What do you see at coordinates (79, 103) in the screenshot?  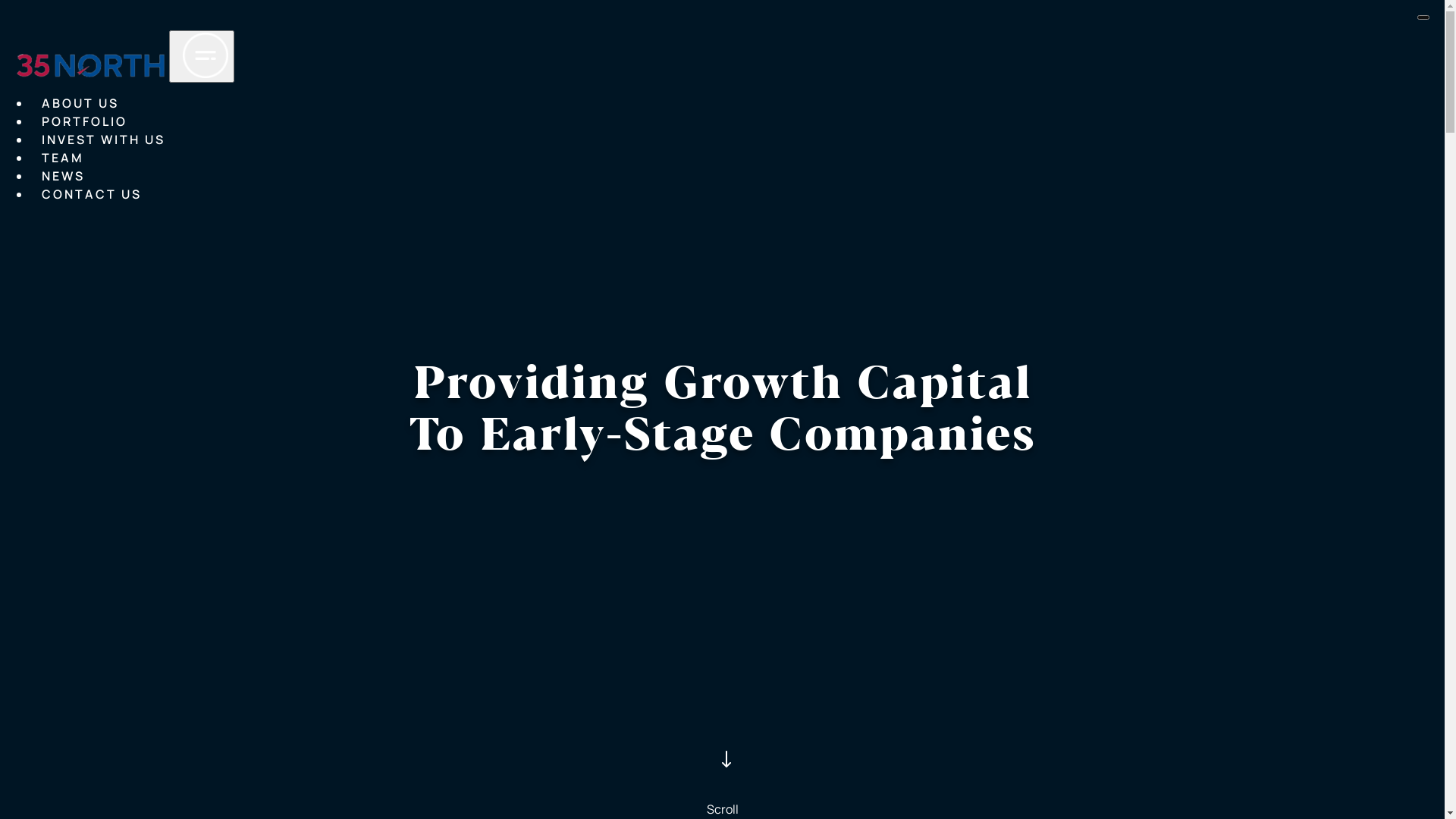 I see `'ABOUT US'` at bounding box center [79, 103].